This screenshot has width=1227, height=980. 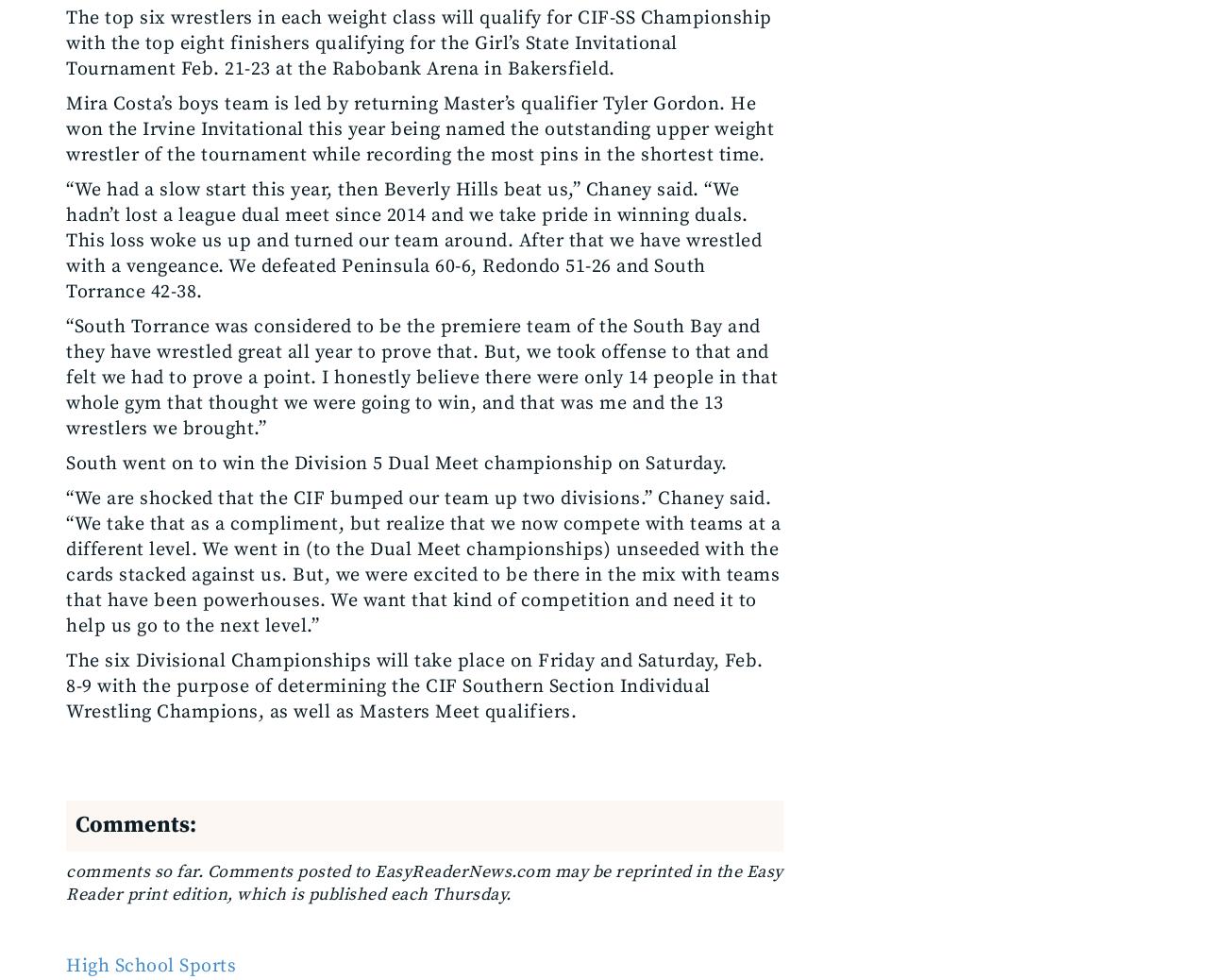 I want to click on '“We are shocked that the CIF bumped our team up two divisions.” Chaney said. “We take that as a compliment, but realize that we now compete with teams at a different level. We went in (to the Dual Meet championships) unseeded with the cards stacked against us. But, we were excited to be there in the mix with teams that have been powerhouses. We want that kind of competition and need it to help us go to the next level.”', so click(x=422, y=562).